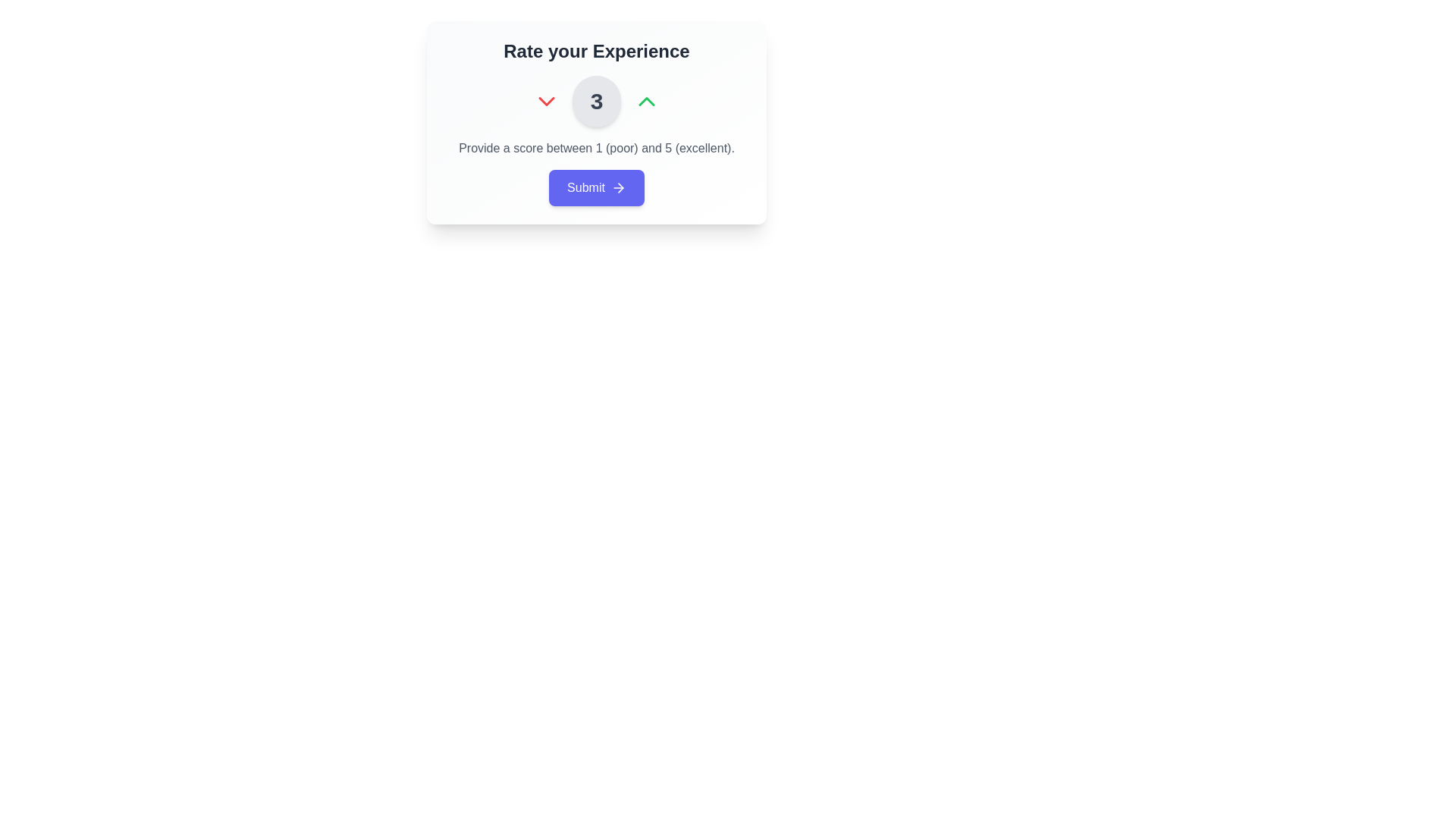  Describe the element at coordinates (596, 102) in the screenshot. I see `the Text display that shows the current rating value of 3, located between a downward arrow icon on the left and an upward arrow icon on the right` at that location.